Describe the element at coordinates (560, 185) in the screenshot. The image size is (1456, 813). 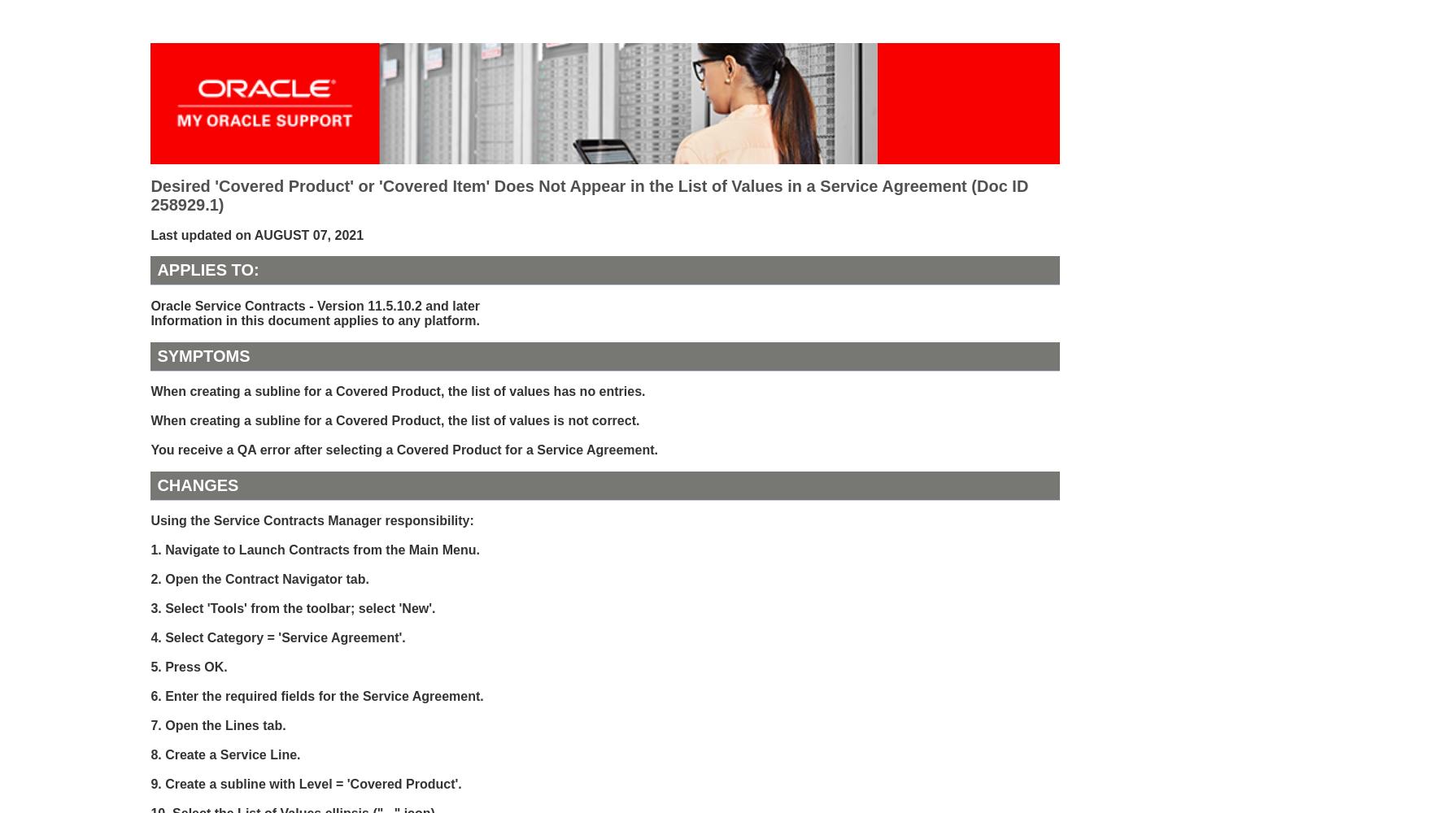
I see `'Desired 'Covered Product' or 'Covered Item' Does Not Appear in the List of Values in a Service Agreement'` at that location.